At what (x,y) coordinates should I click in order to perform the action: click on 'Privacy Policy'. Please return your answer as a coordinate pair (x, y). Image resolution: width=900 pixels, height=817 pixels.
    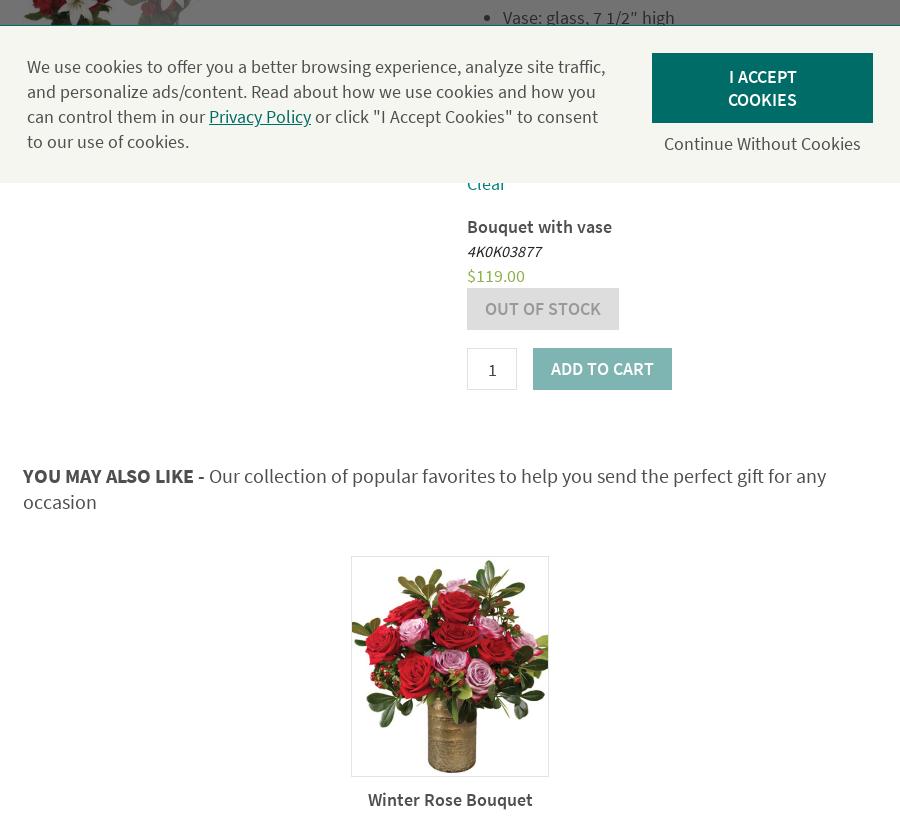
    Looking at the image, I should click on (259, 116).